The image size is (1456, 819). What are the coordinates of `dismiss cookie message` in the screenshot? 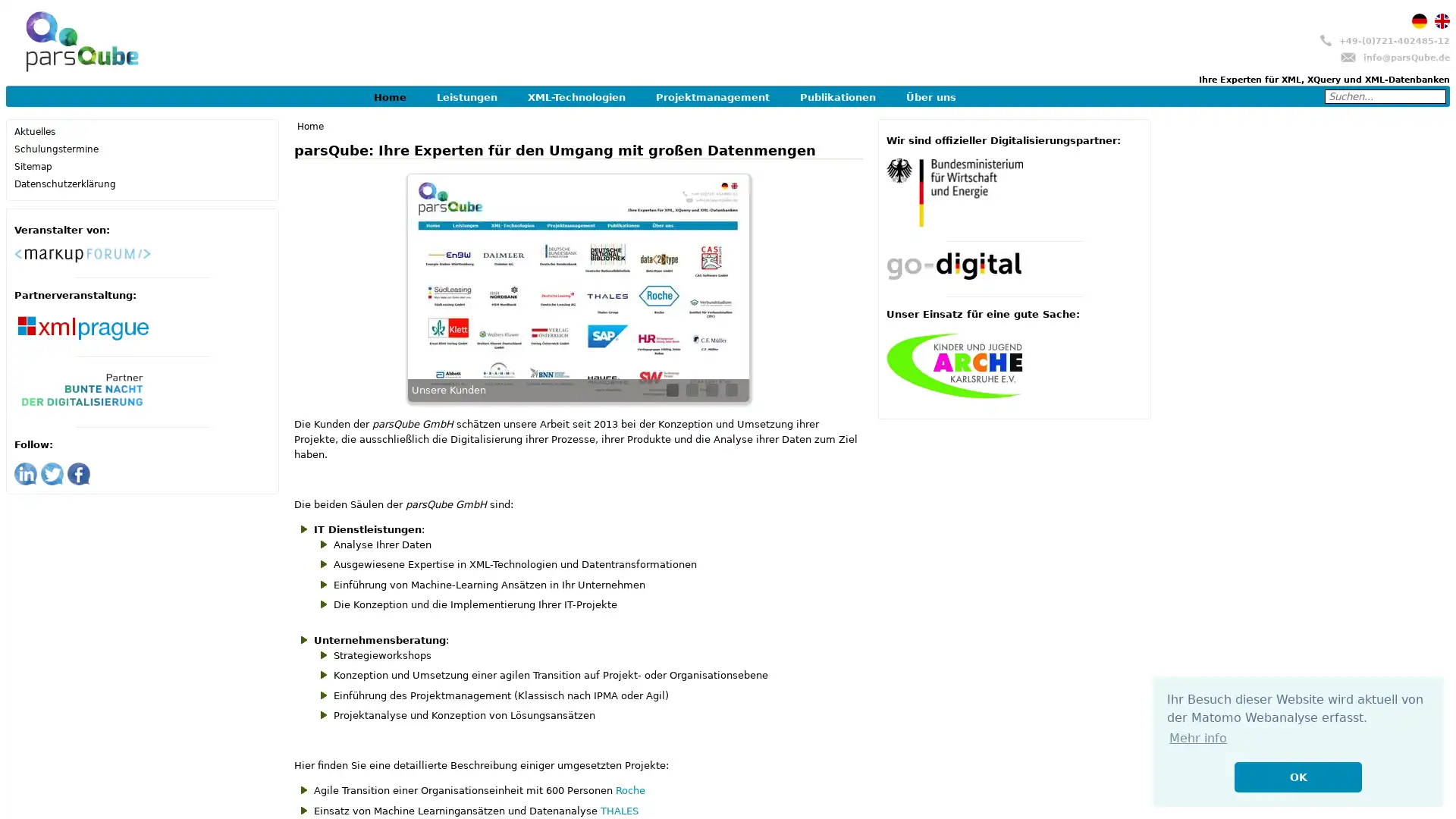 It's located at (1297, 777).